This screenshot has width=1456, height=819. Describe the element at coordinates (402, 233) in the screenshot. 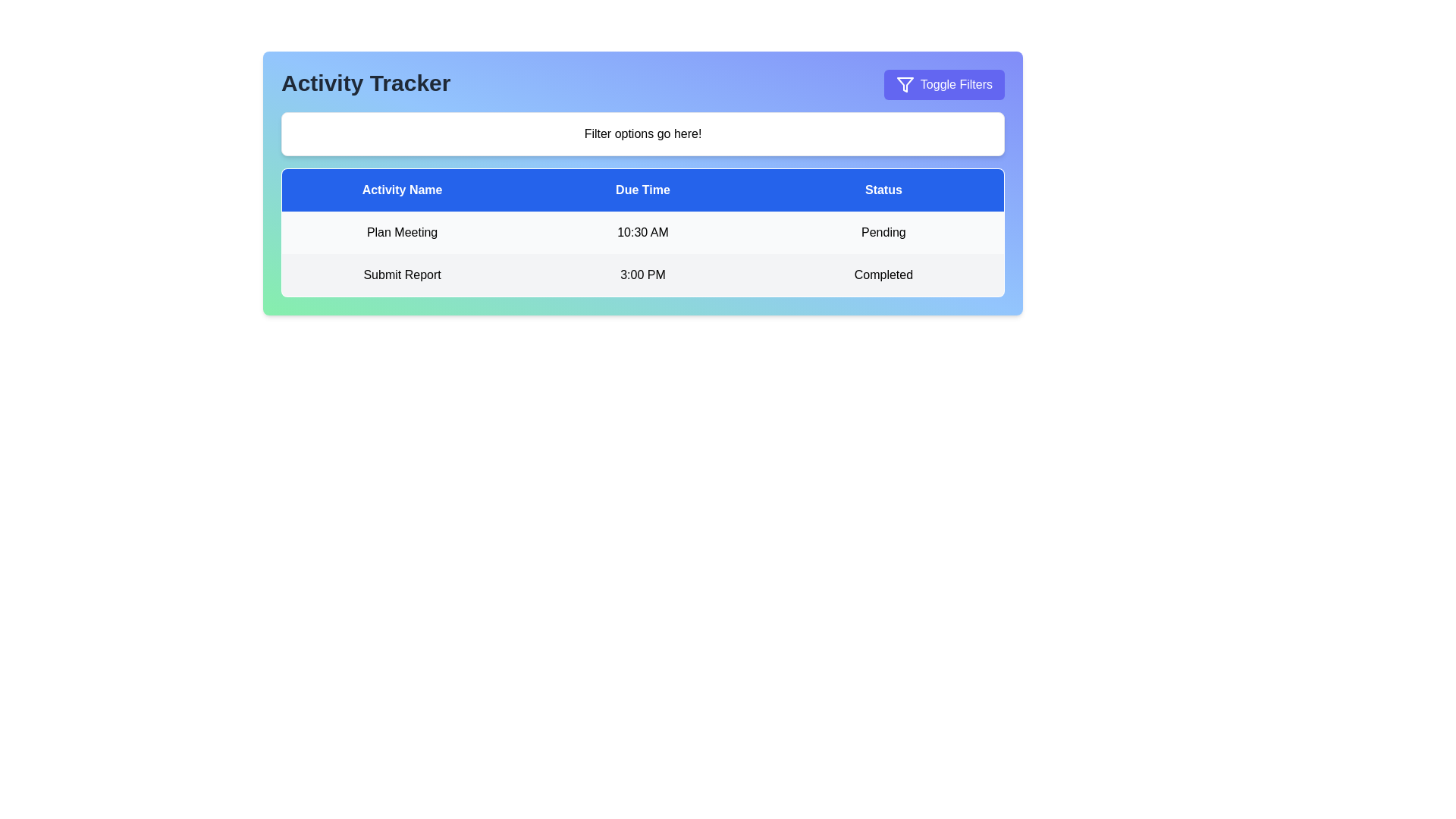

I see `the static text label displaying 'Plan Meeting' in bold black font, centrally aligned within its space, located in the first row of the 'Activity Name' column` at that location.